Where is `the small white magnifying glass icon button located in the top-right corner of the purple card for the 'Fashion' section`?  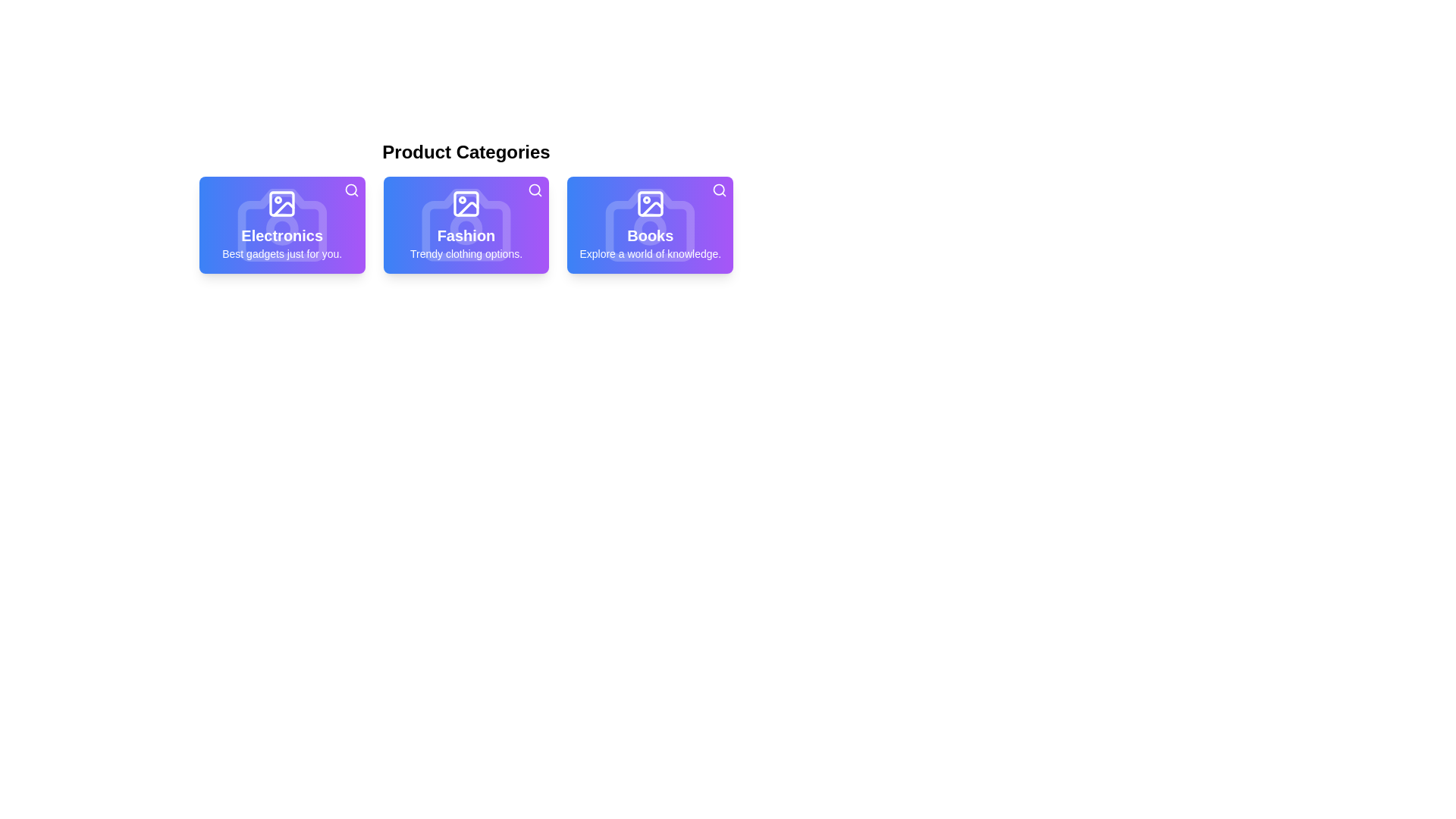 the small white magnifying glass icon button located in the top-right corner of the purple card for the 'Fashion' section is located at coordinates (535, 189).